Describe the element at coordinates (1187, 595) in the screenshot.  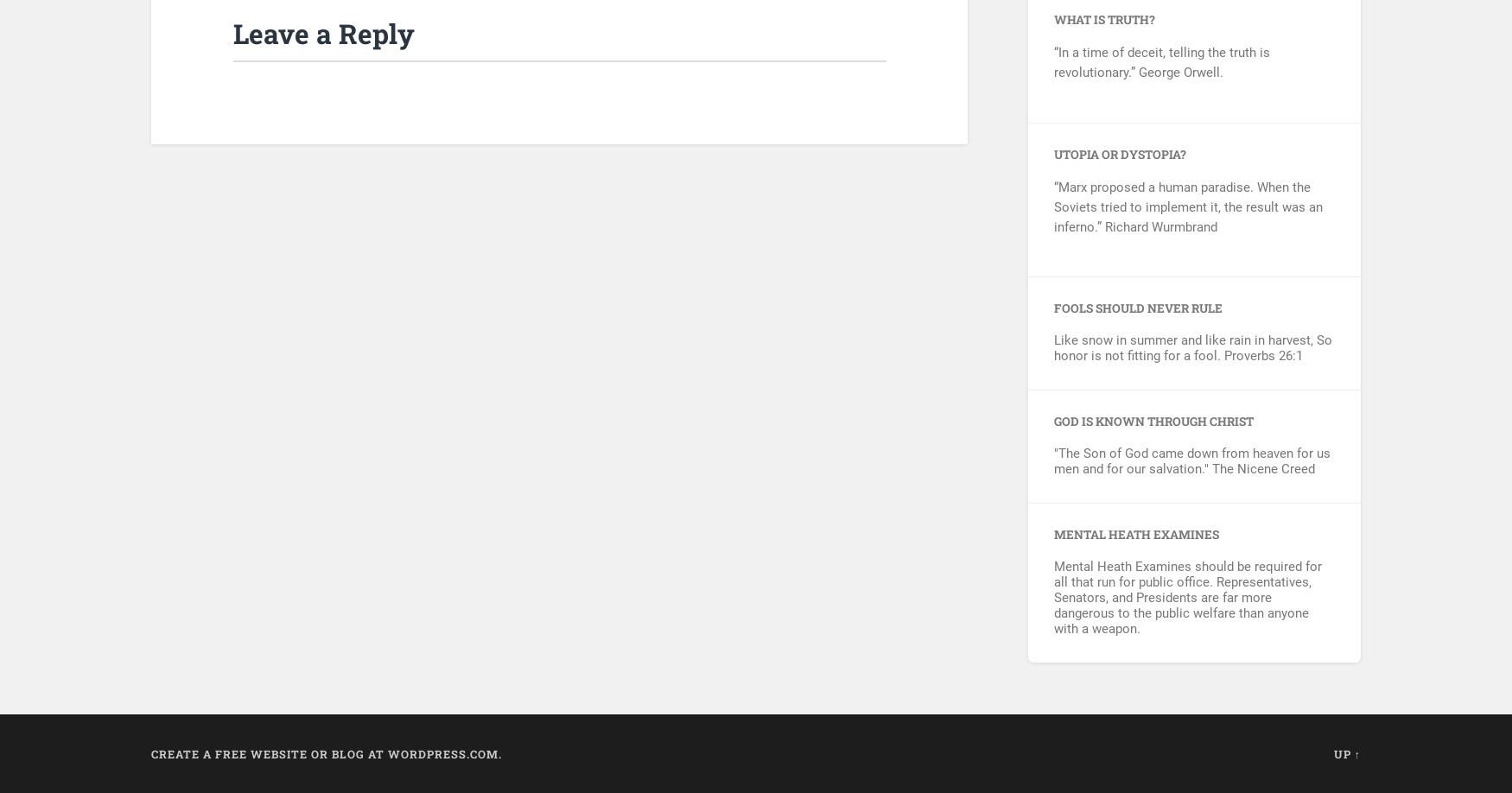
I see `'Mental Heath Examines should be required for all that run for public office. Representatives, Senators, and Presidents are far more dangerous to the public welfare than anyone with a weapon.'` at that location.